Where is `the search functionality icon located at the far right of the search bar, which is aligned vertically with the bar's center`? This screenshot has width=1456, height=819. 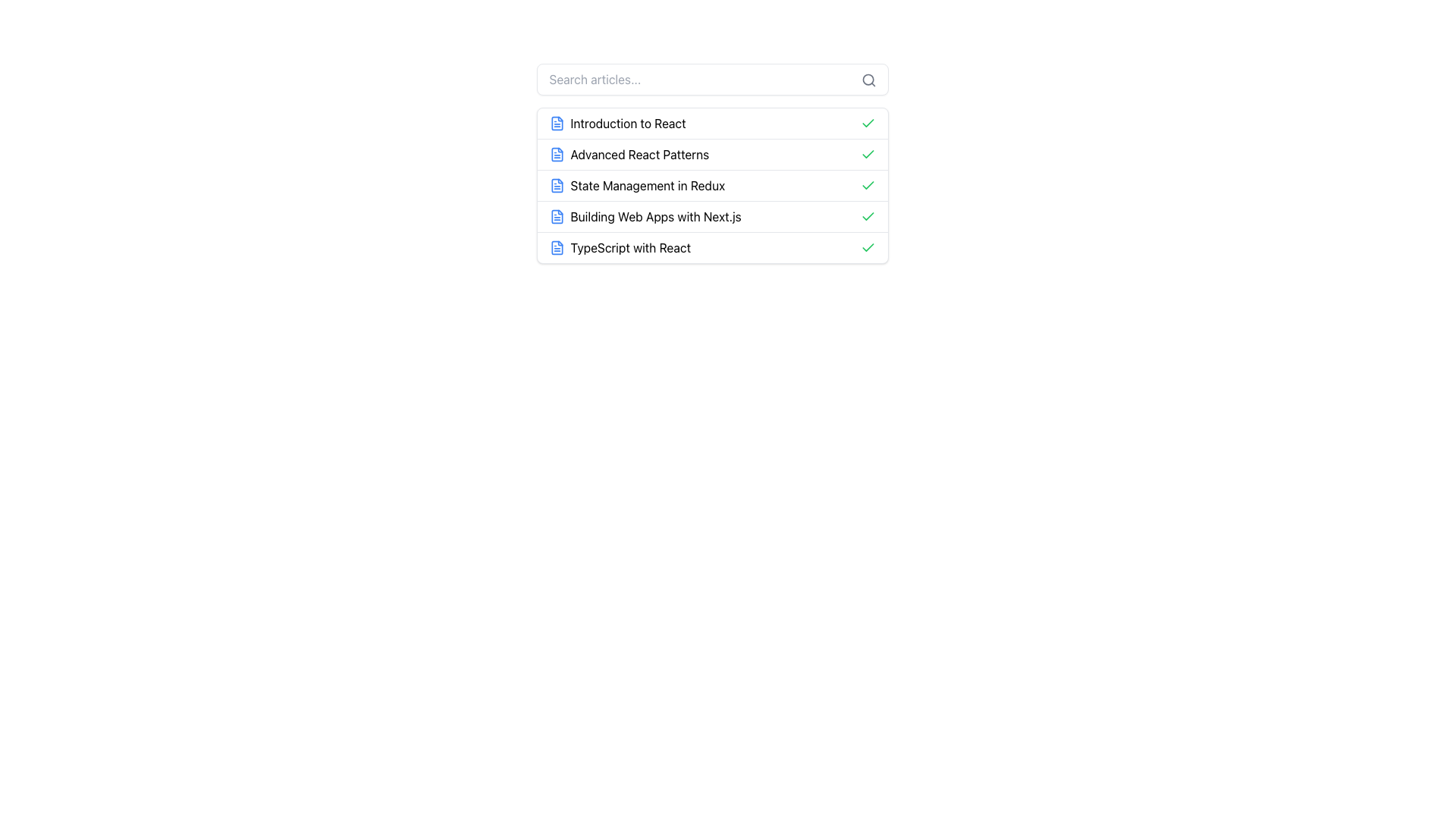
the search functionality icon located at the far right of the search bar, which is aligned vertically with the bar's center is located at coordinates (868, 80).